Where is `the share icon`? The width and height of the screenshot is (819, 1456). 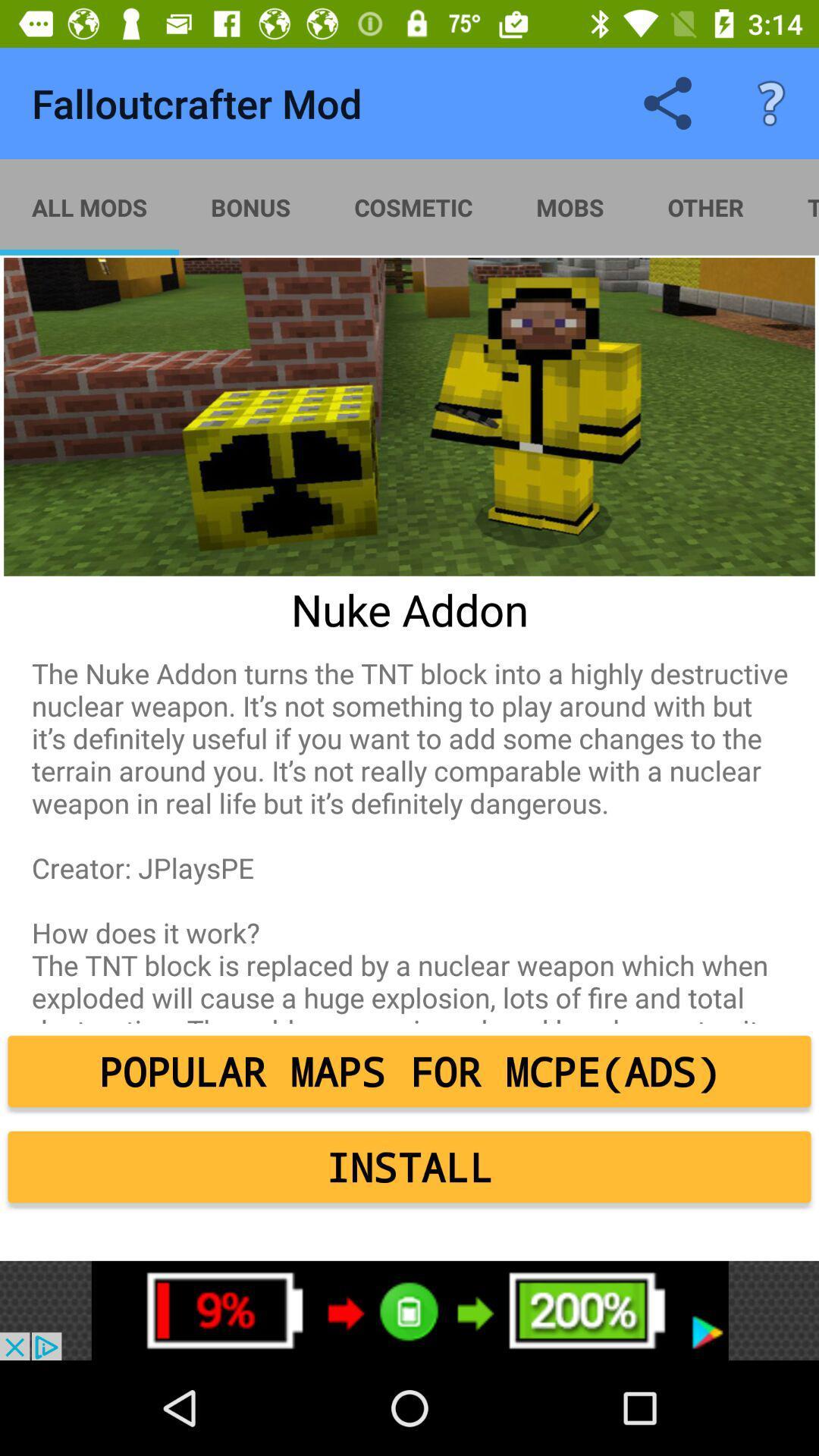
the share icon is located at coordinates (667, 103).